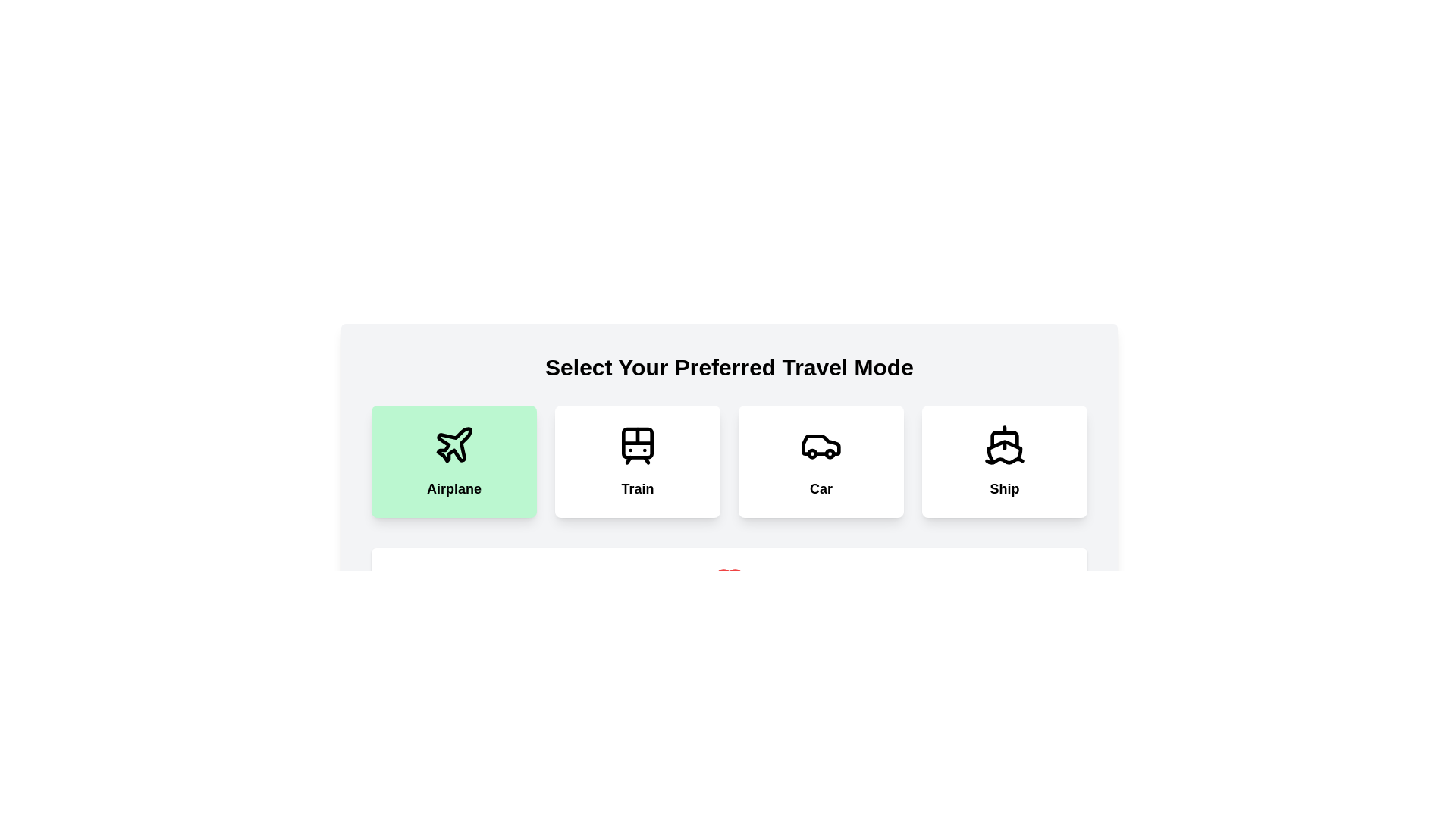  What do you see at coordinates (821, 444) in the screenshot?
I see `the vehicle icon representing the 'Car' option, which is the third card in the row under 'Select Your Preferred Travel Mode'` at bounding box center [821, 444].